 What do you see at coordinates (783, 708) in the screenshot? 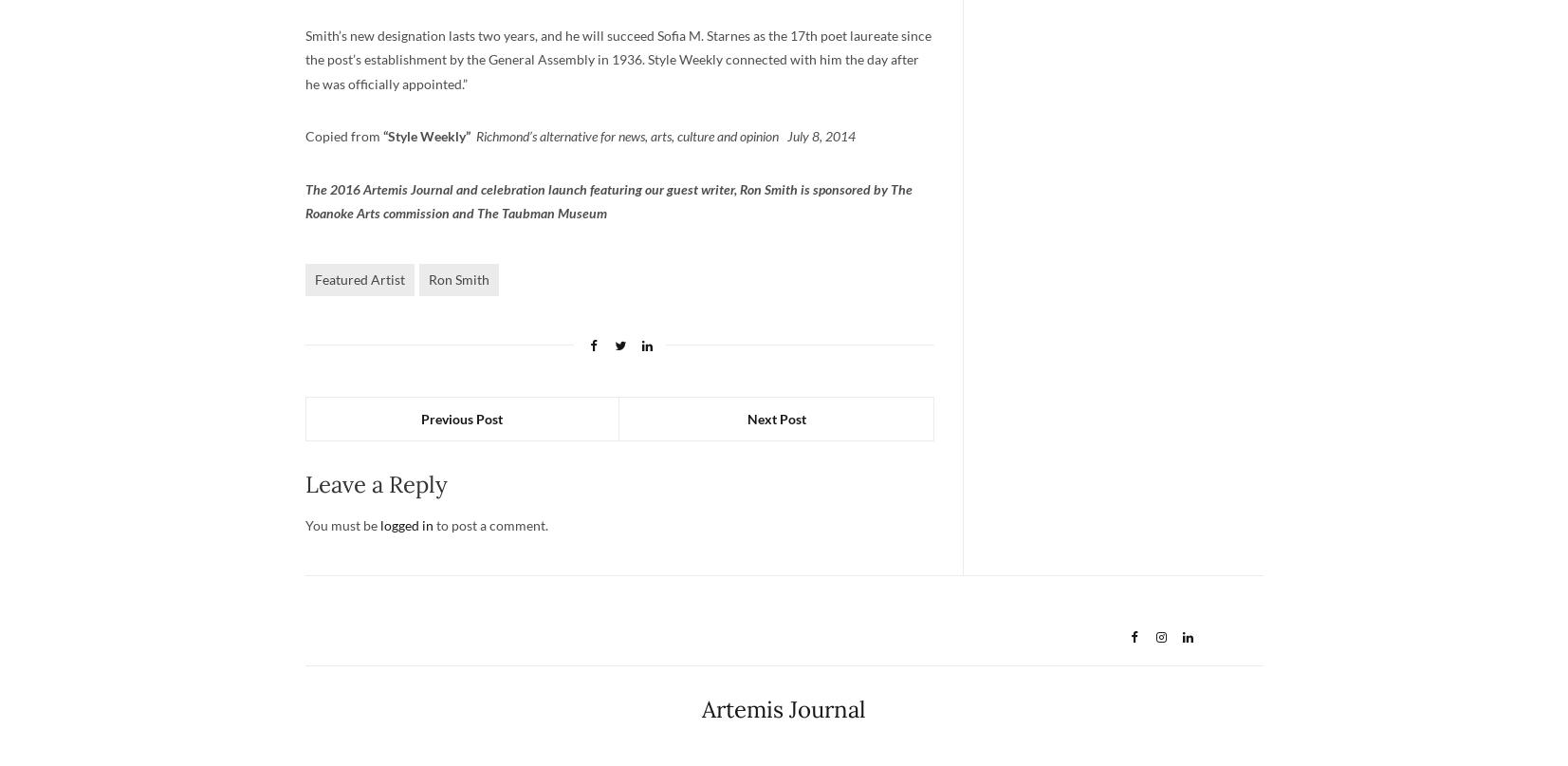
I see `'Artemis Journal'` at bounding box center [783, 708].